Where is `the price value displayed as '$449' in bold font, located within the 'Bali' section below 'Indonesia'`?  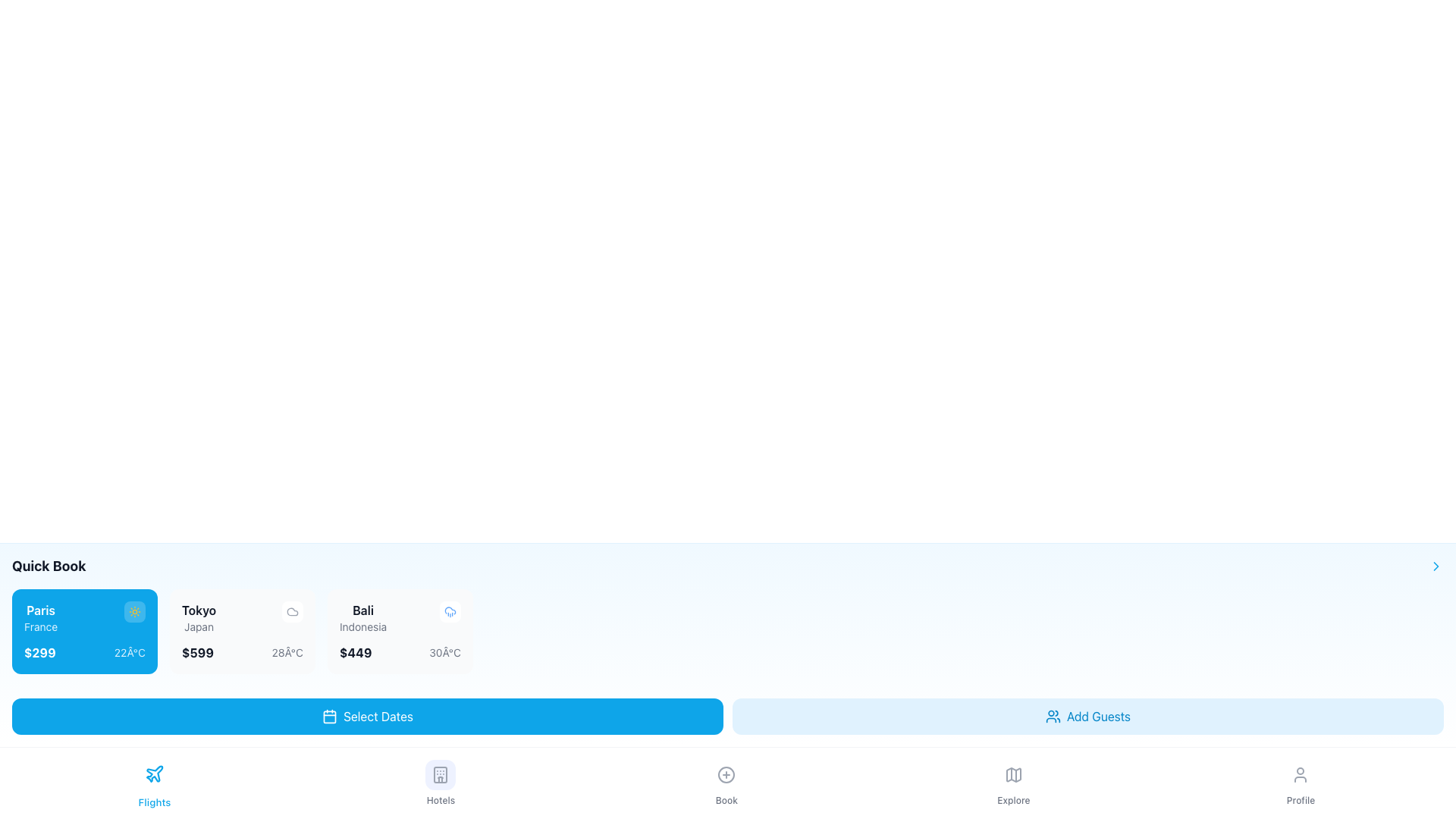 the price value displayed as '$449' in bold font, located within the 'Bali' section below 'Indonesia' is located at coordinates (355, 651).